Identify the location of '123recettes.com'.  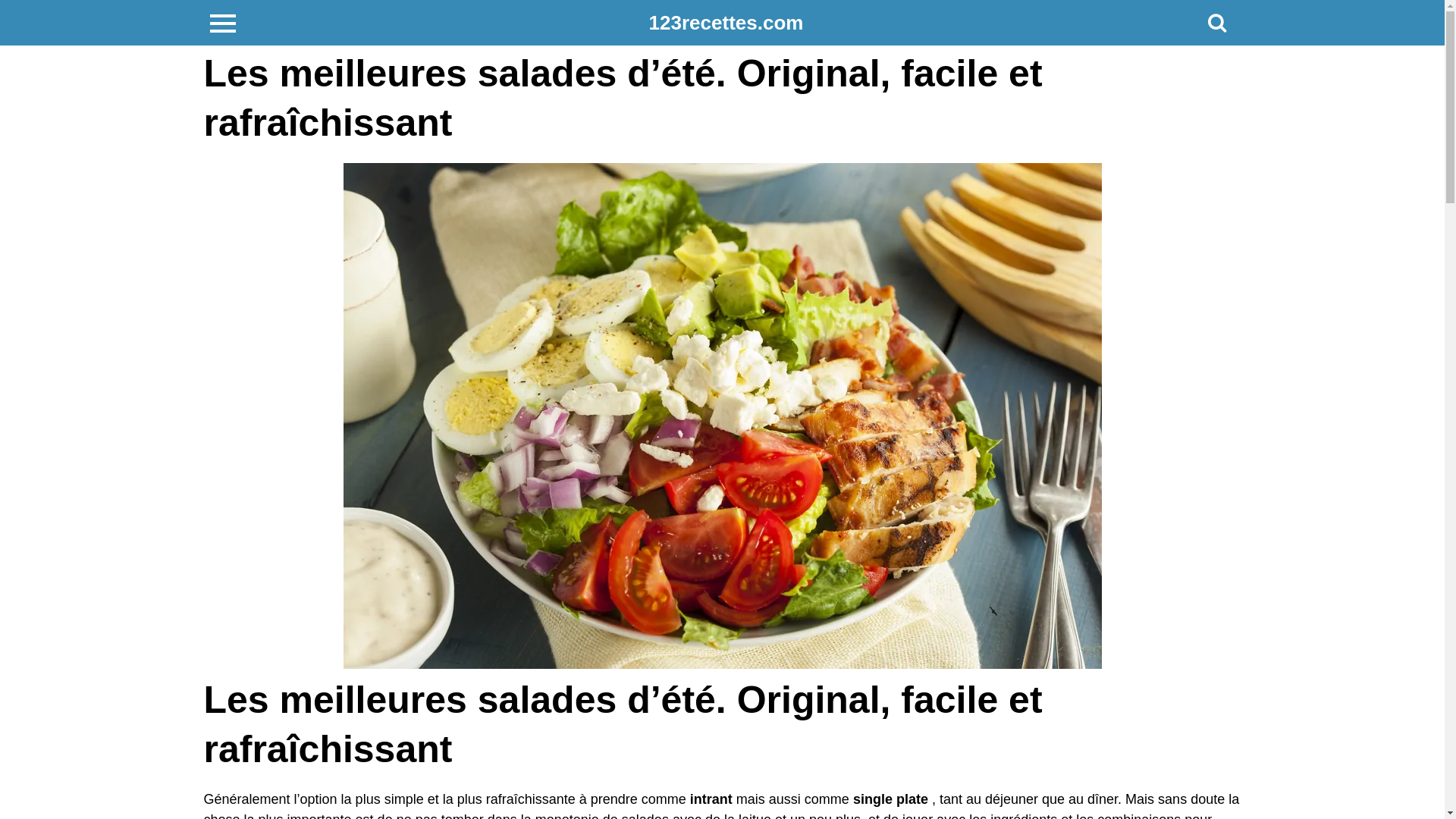
(726, 23).